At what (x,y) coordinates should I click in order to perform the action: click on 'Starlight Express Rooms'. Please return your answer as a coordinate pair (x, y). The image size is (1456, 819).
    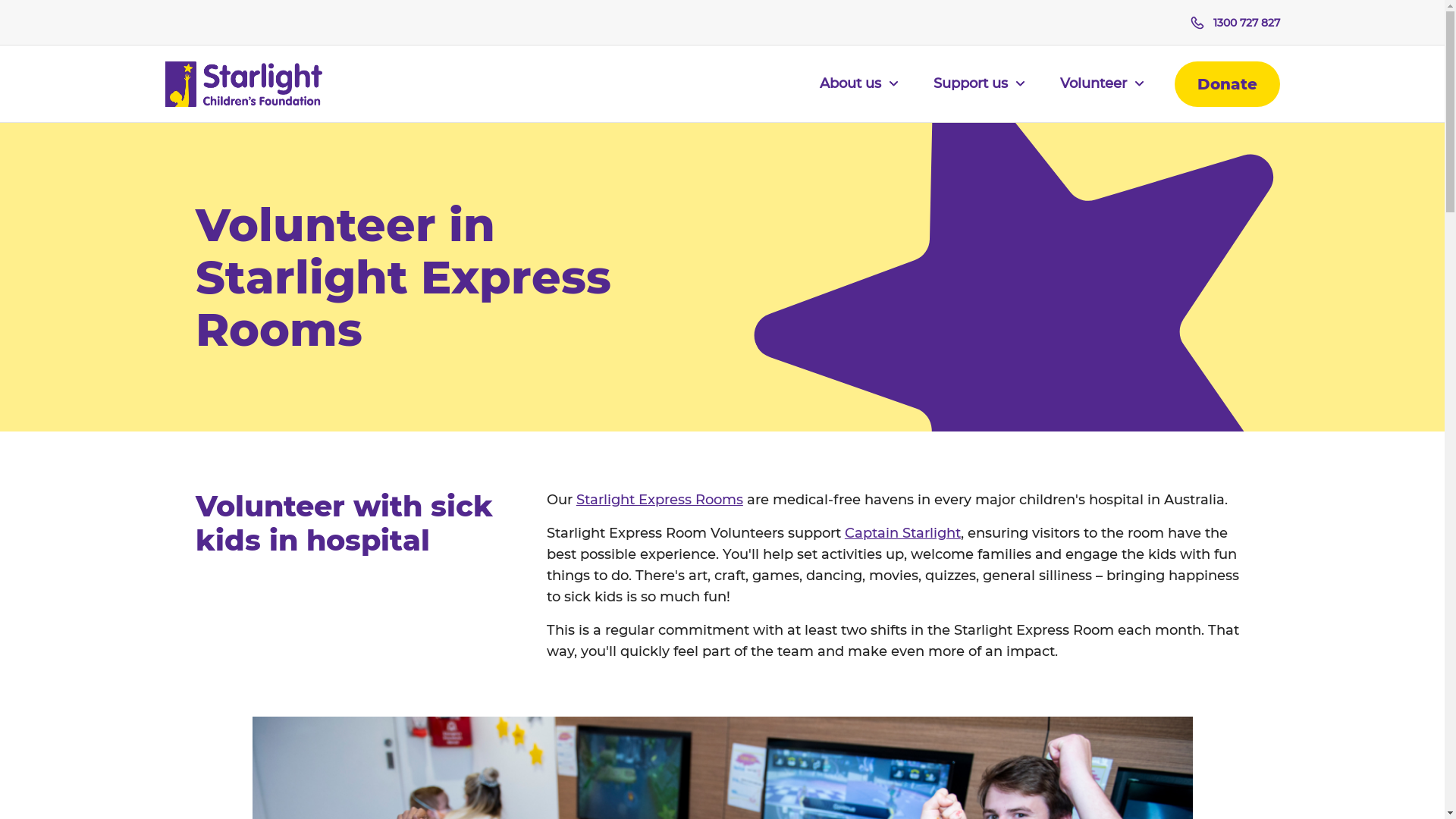
    Looking at the image, I should click on (575, 500).